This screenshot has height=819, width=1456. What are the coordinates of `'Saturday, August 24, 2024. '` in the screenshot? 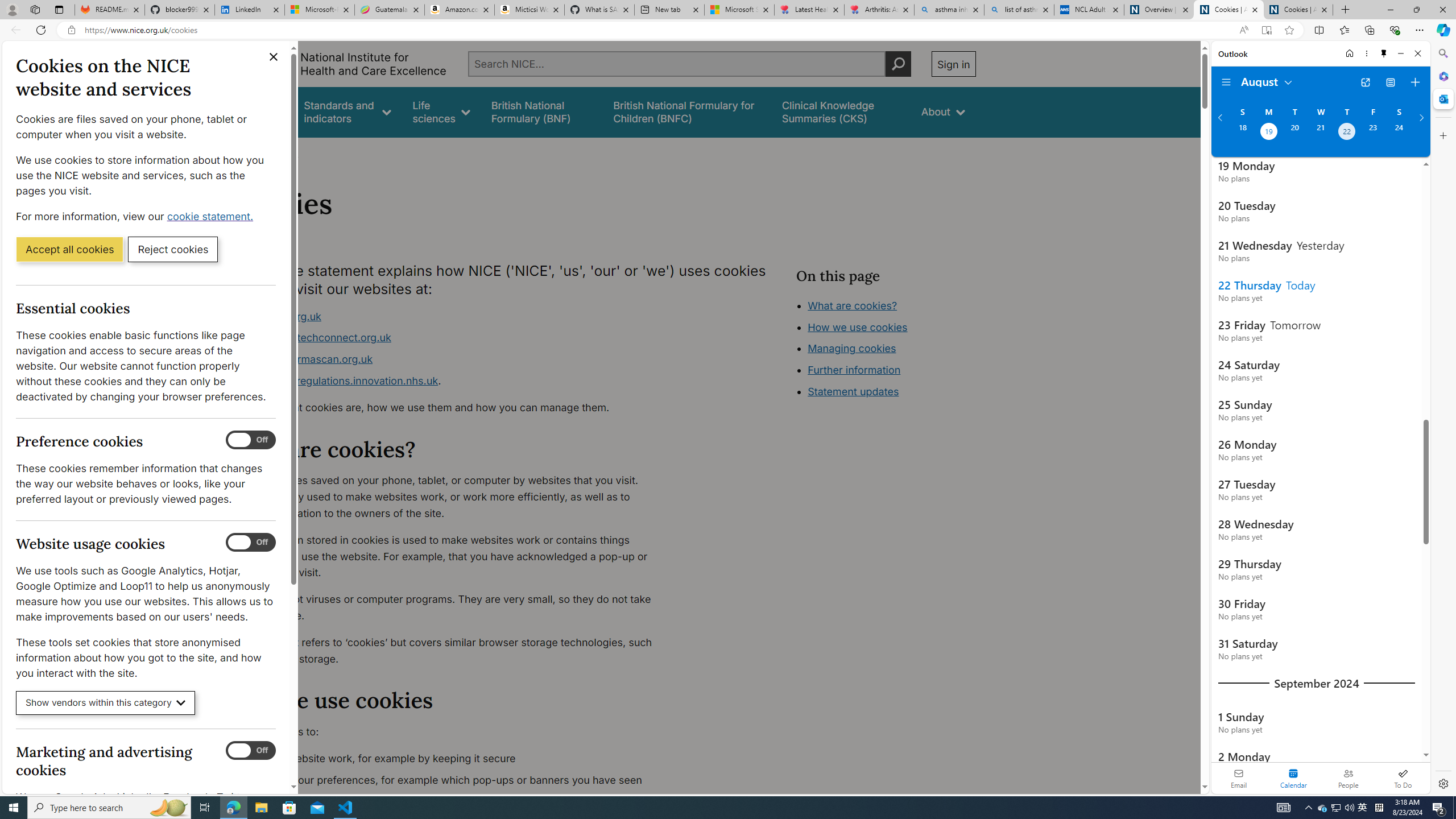 It's located at (1399, 133).